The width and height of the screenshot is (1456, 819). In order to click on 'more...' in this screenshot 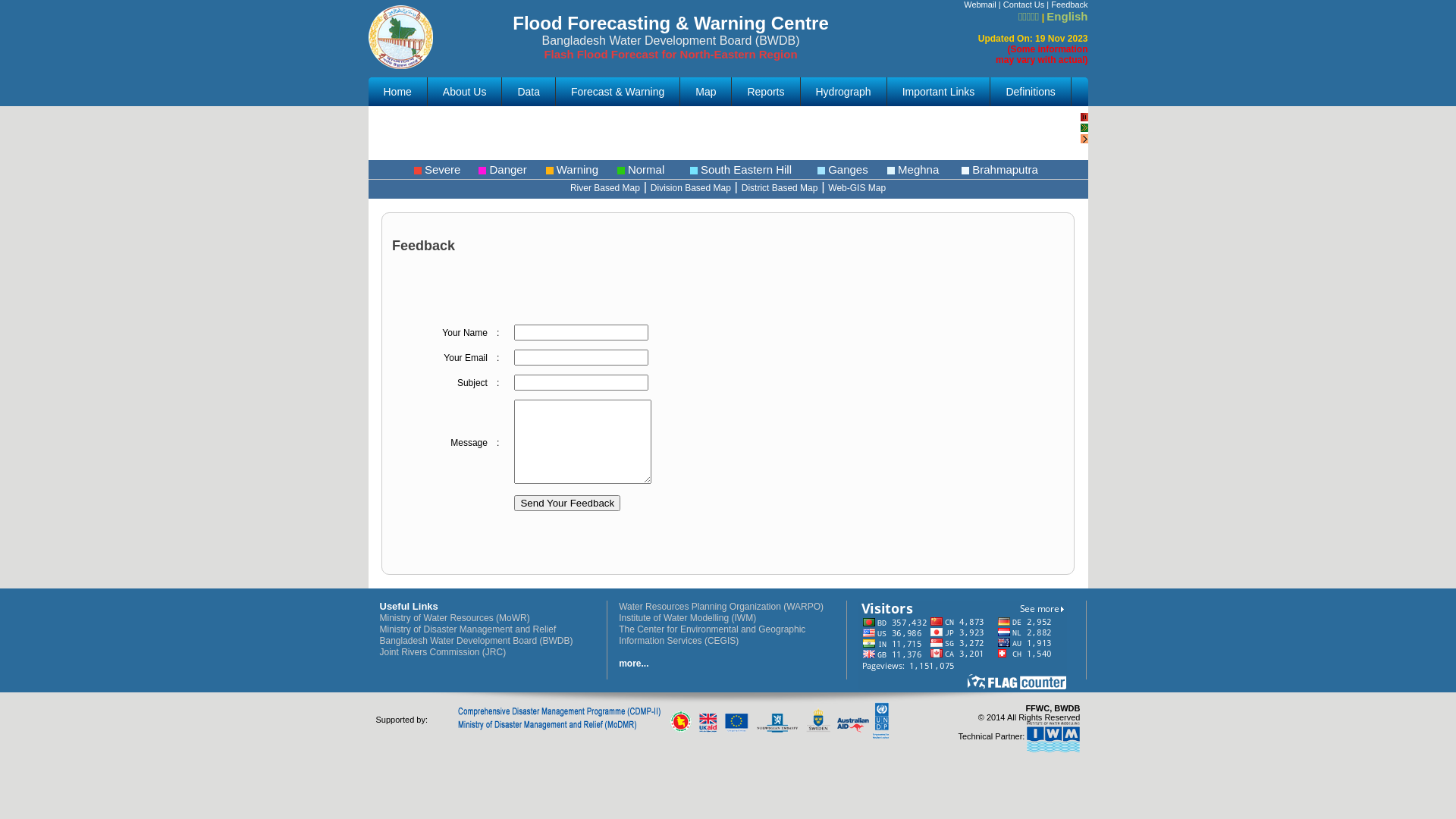, I will do `click(633, 663)`.